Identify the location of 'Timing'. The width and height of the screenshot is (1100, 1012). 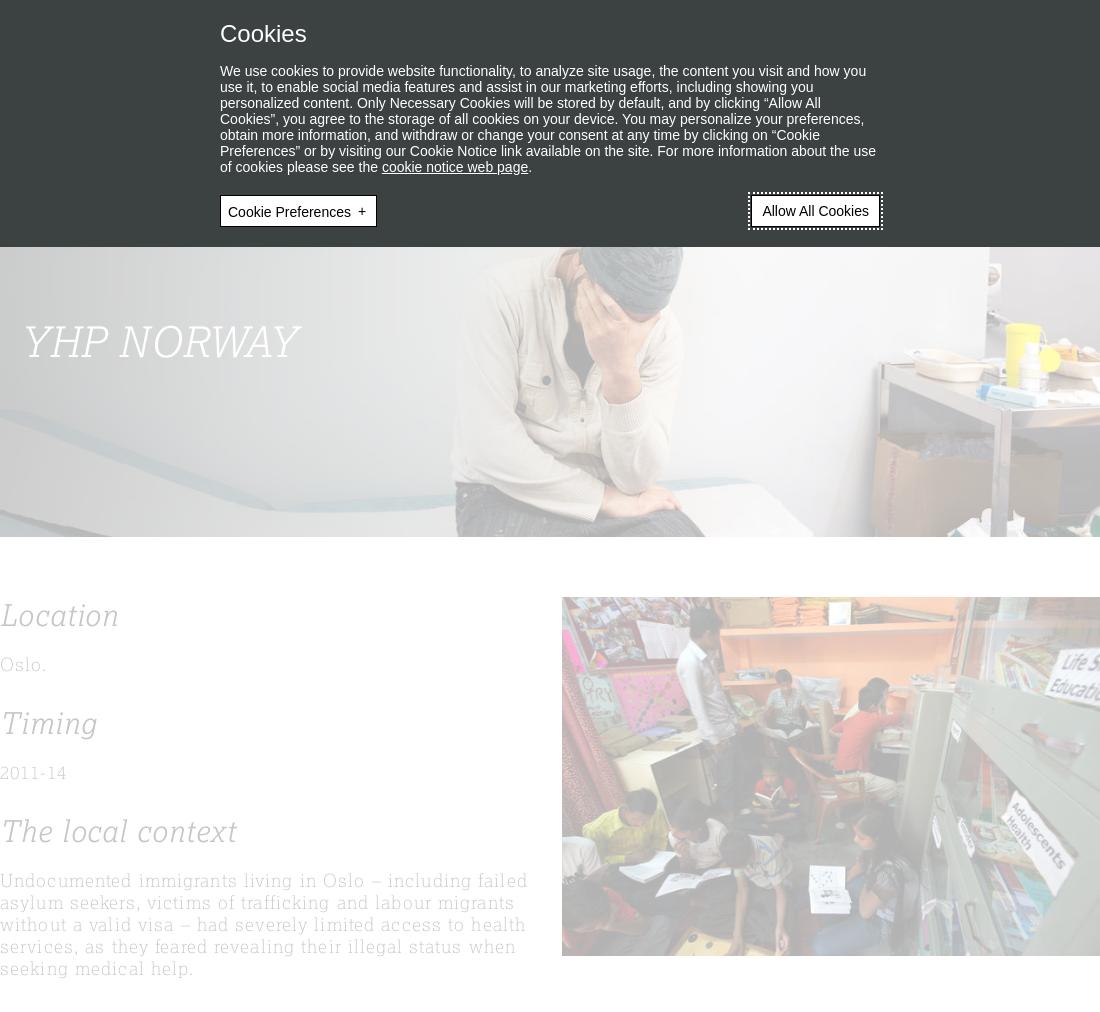
(46, 722).